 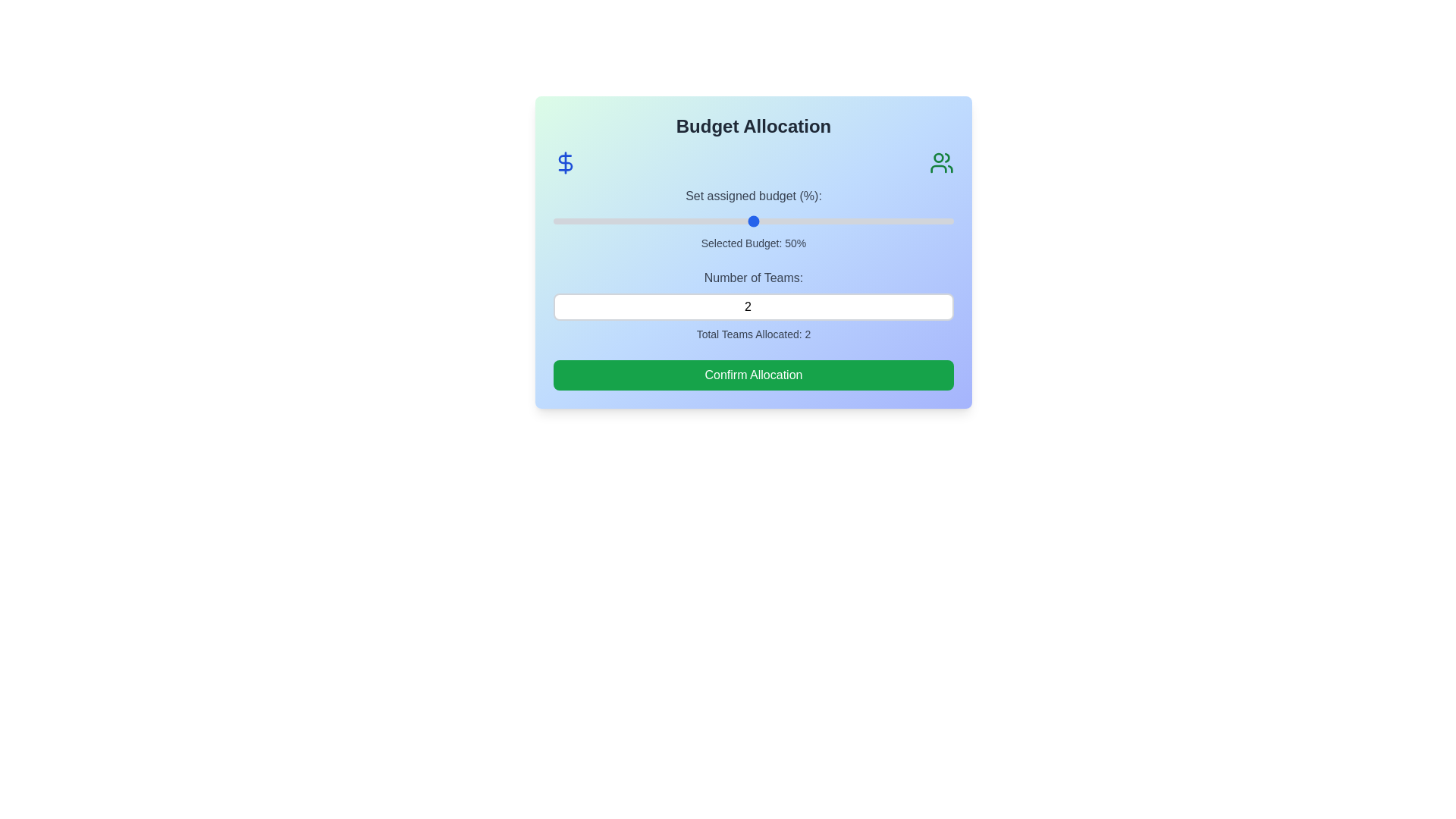 I want to click on the budget slider to set the budget to 86%, so click(x=898, y=221).